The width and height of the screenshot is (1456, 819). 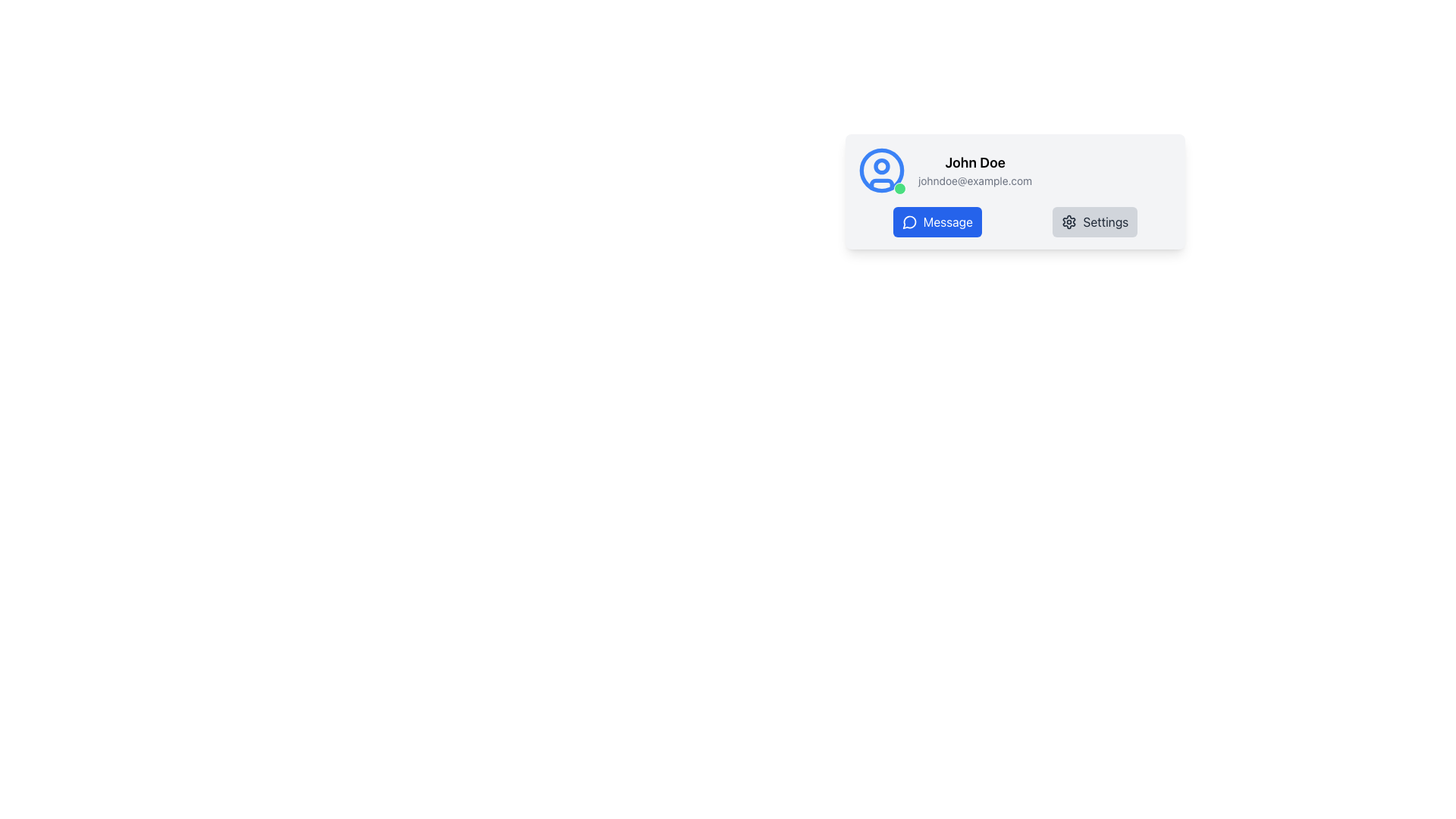 What do you see at coordinates (909, 222) in the screenshot?
I see `the circular icon resembling a speech bubble with a blue outline, located to the left of the 'Message' label in the button` at bounding box center [909, 222].